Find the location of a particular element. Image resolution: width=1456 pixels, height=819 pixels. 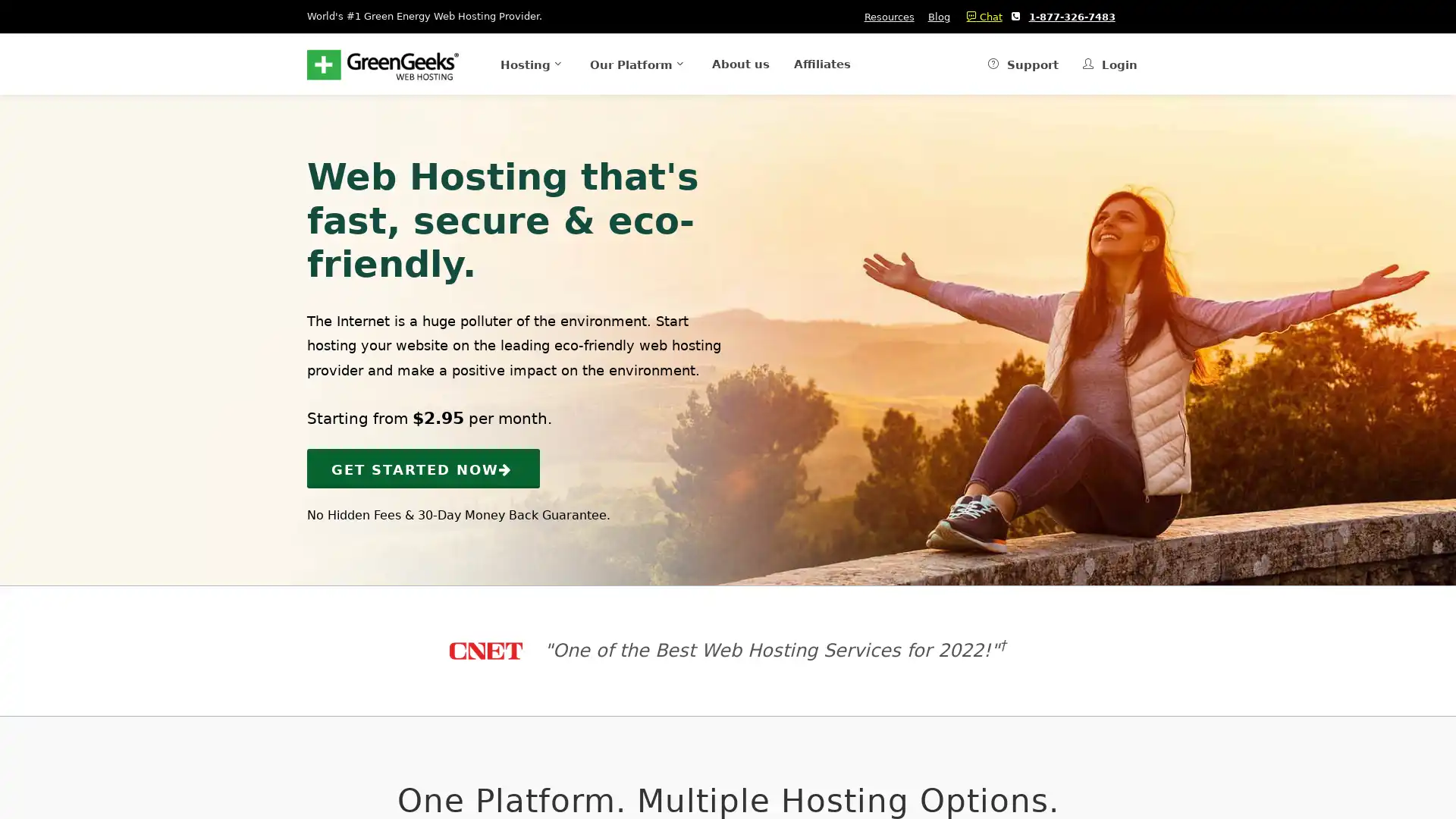

Chat is located at coordinates (980, 17).